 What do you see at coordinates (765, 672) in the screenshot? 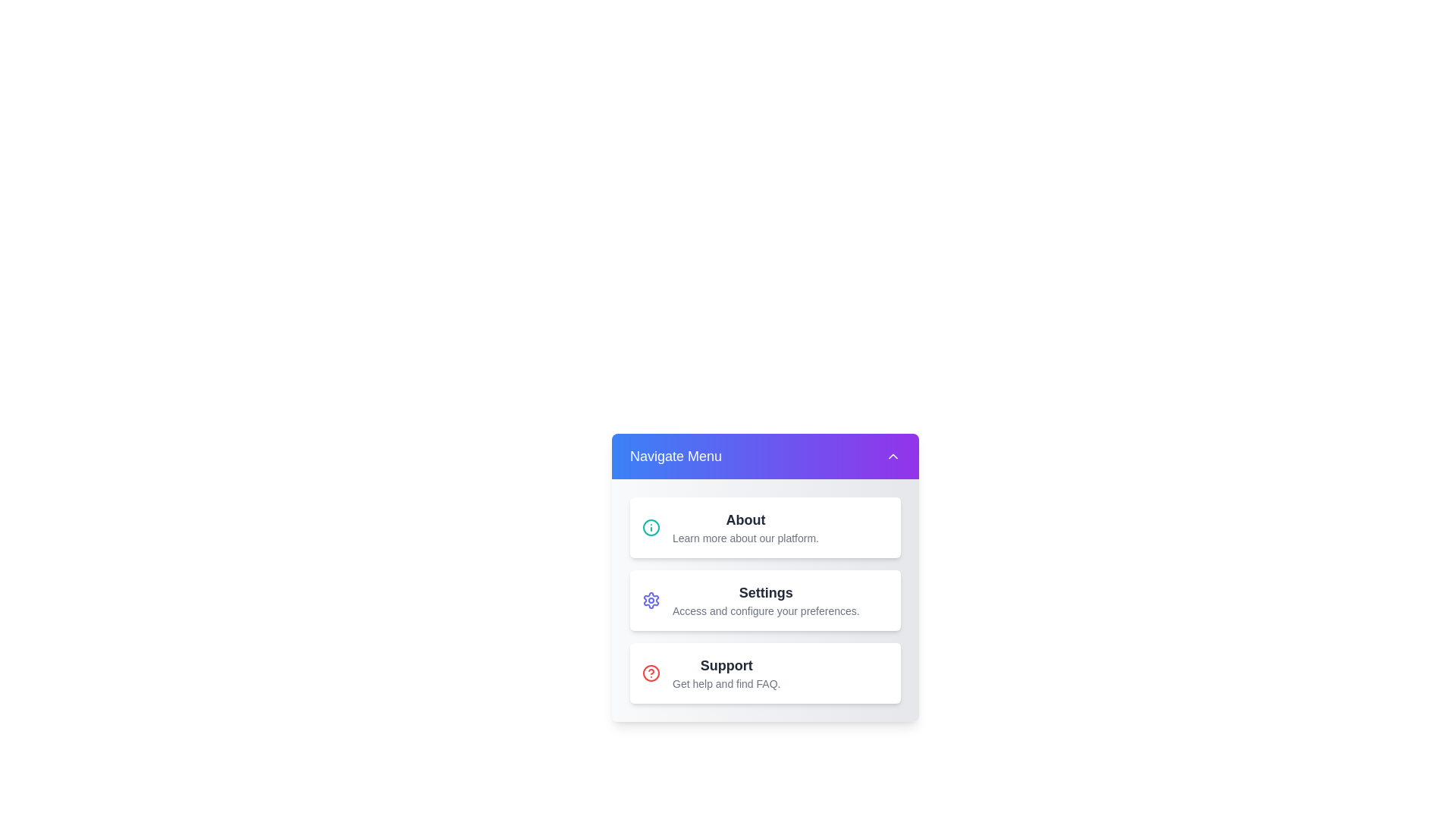
I see `the menu item Support to observe hover effects` at bounding box center [765, 672].